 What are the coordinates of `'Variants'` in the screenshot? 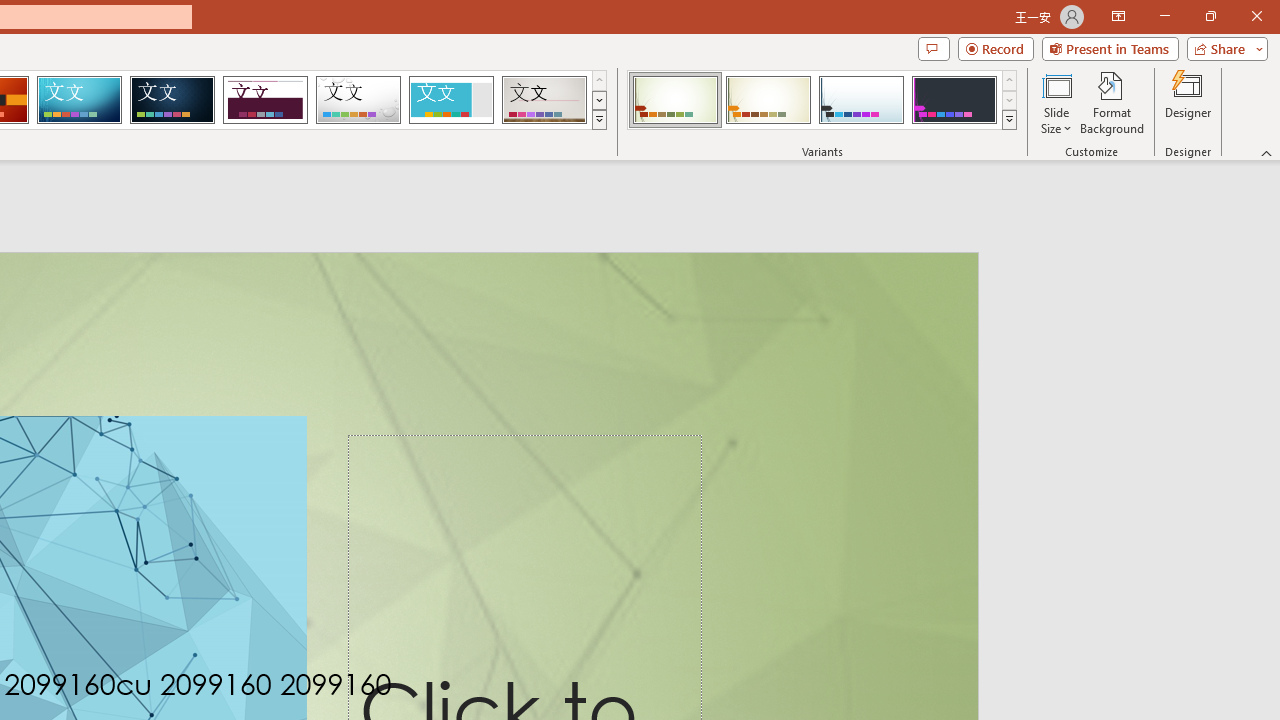 It's located at (1009, 120).